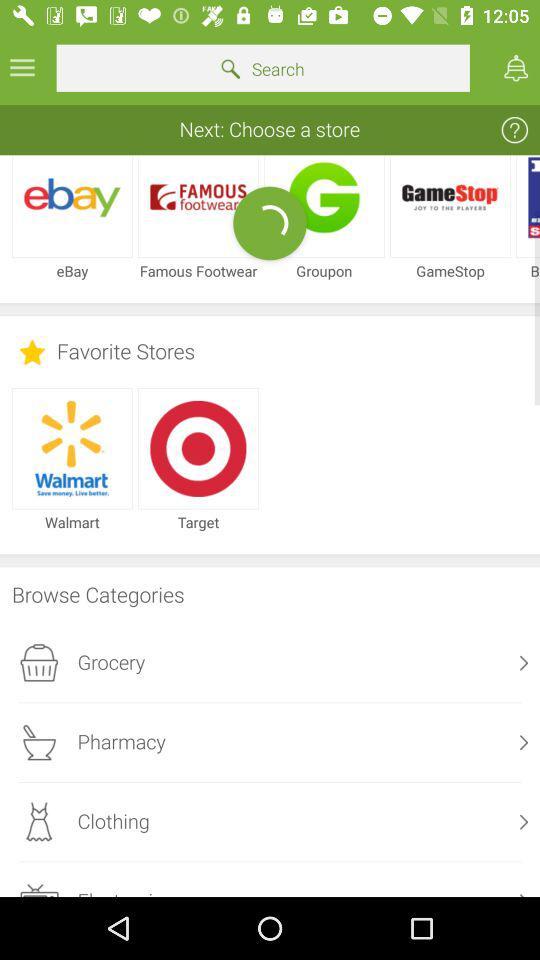 This screenshot has height=960, width=540. What do you see at coordinates (39, 663) in the screenshot?
I see `the icon which is left side of the grocery` at bounding box center [39, 663].